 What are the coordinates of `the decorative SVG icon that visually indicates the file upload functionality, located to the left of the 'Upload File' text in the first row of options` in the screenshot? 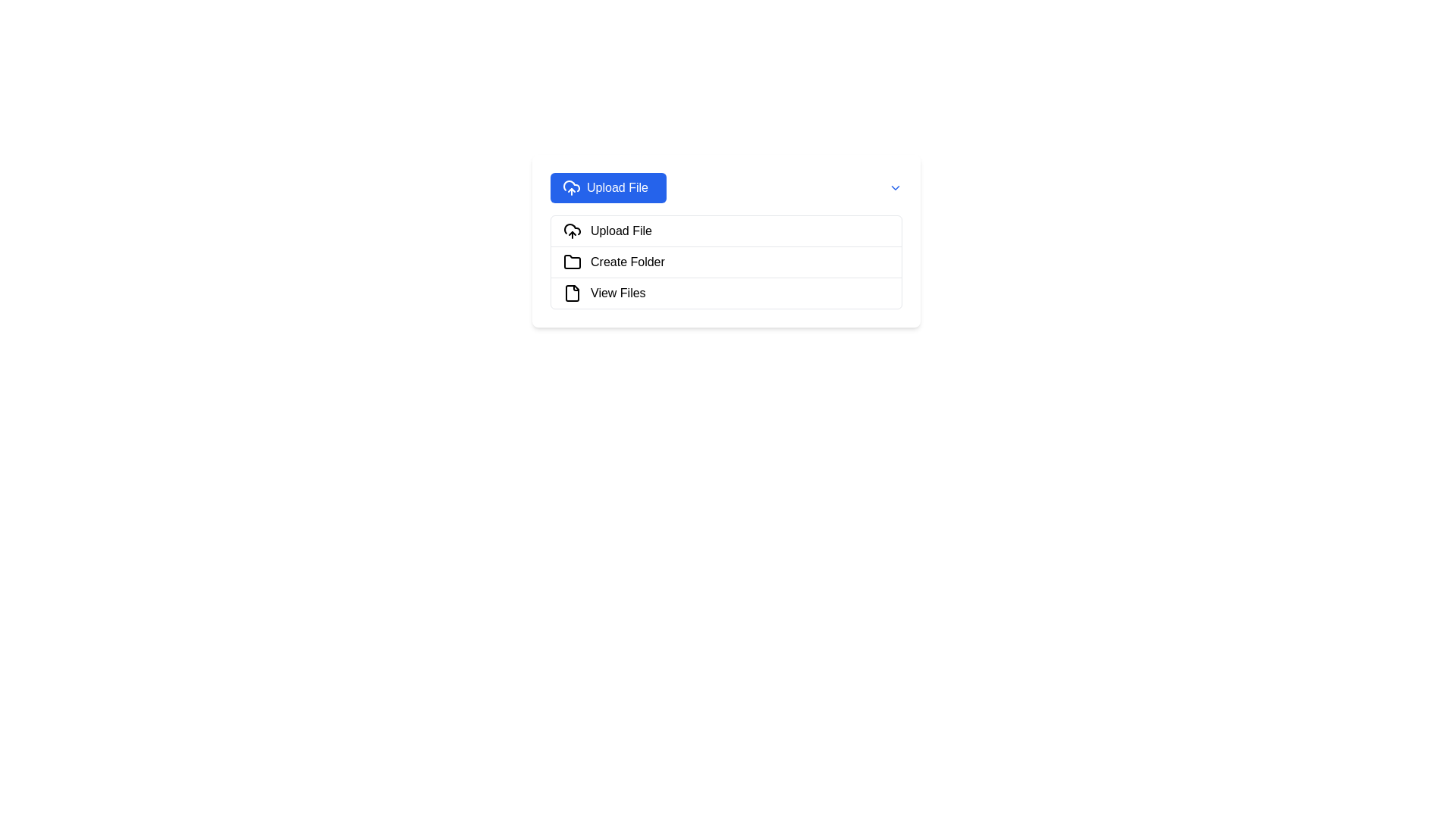 It's located at (571, 231).